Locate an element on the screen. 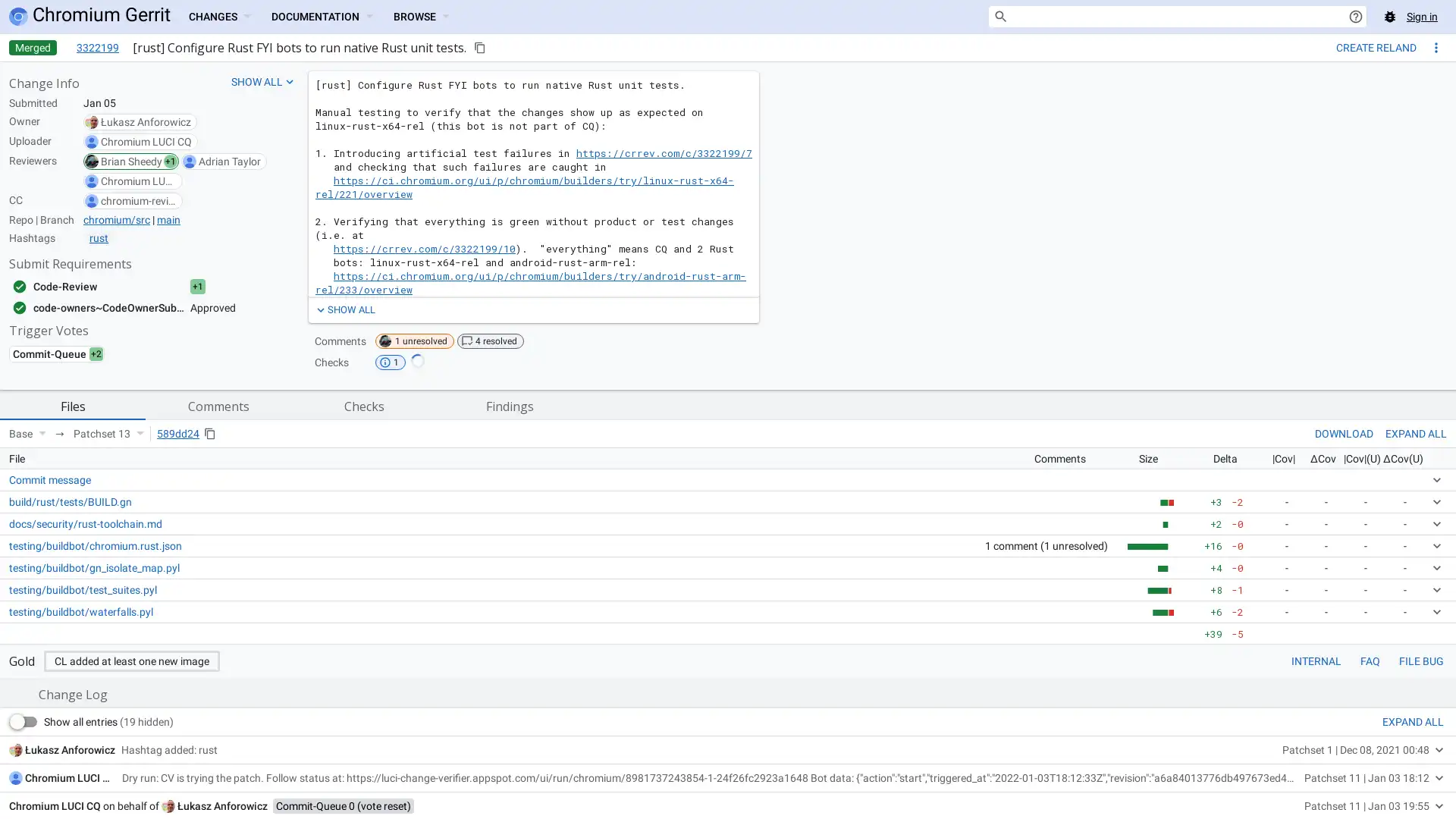  FAQ is located at coordinates (1370, 660).